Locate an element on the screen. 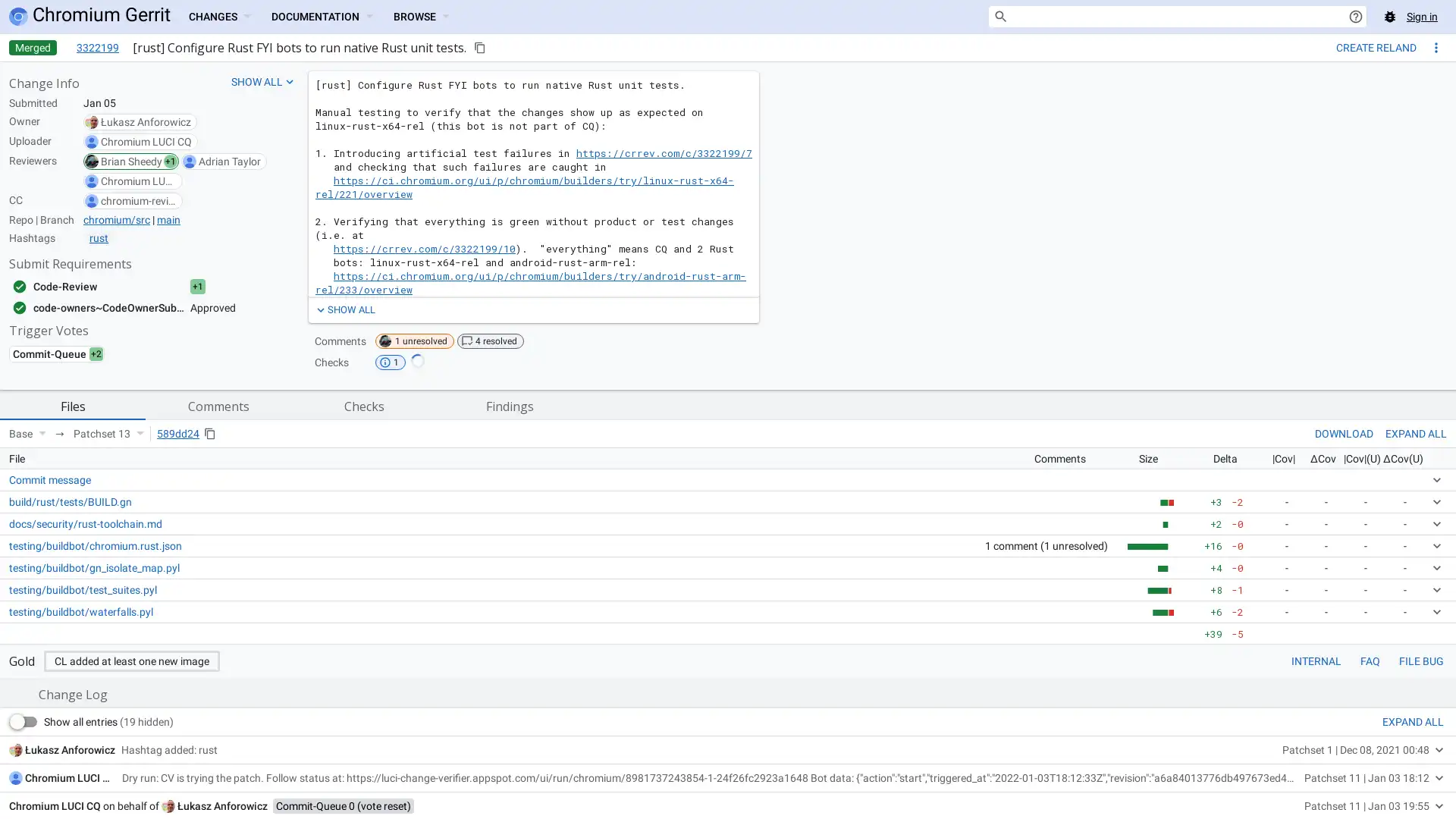  FAQ is located at coordinates (1370, 660).